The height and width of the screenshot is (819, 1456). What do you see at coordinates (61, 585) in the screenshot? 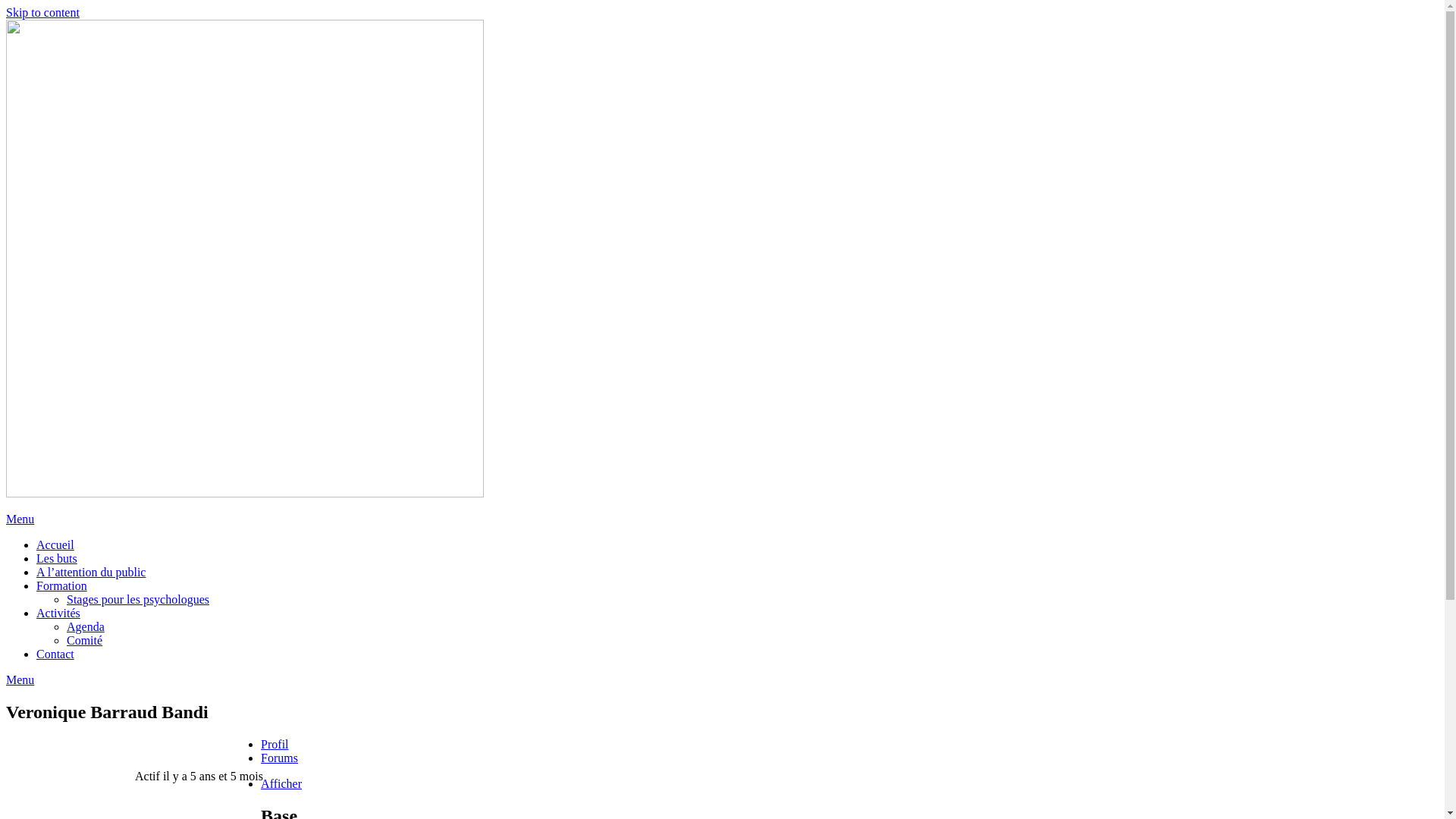
I see `'Formation'` at bounding box center [61, 585].